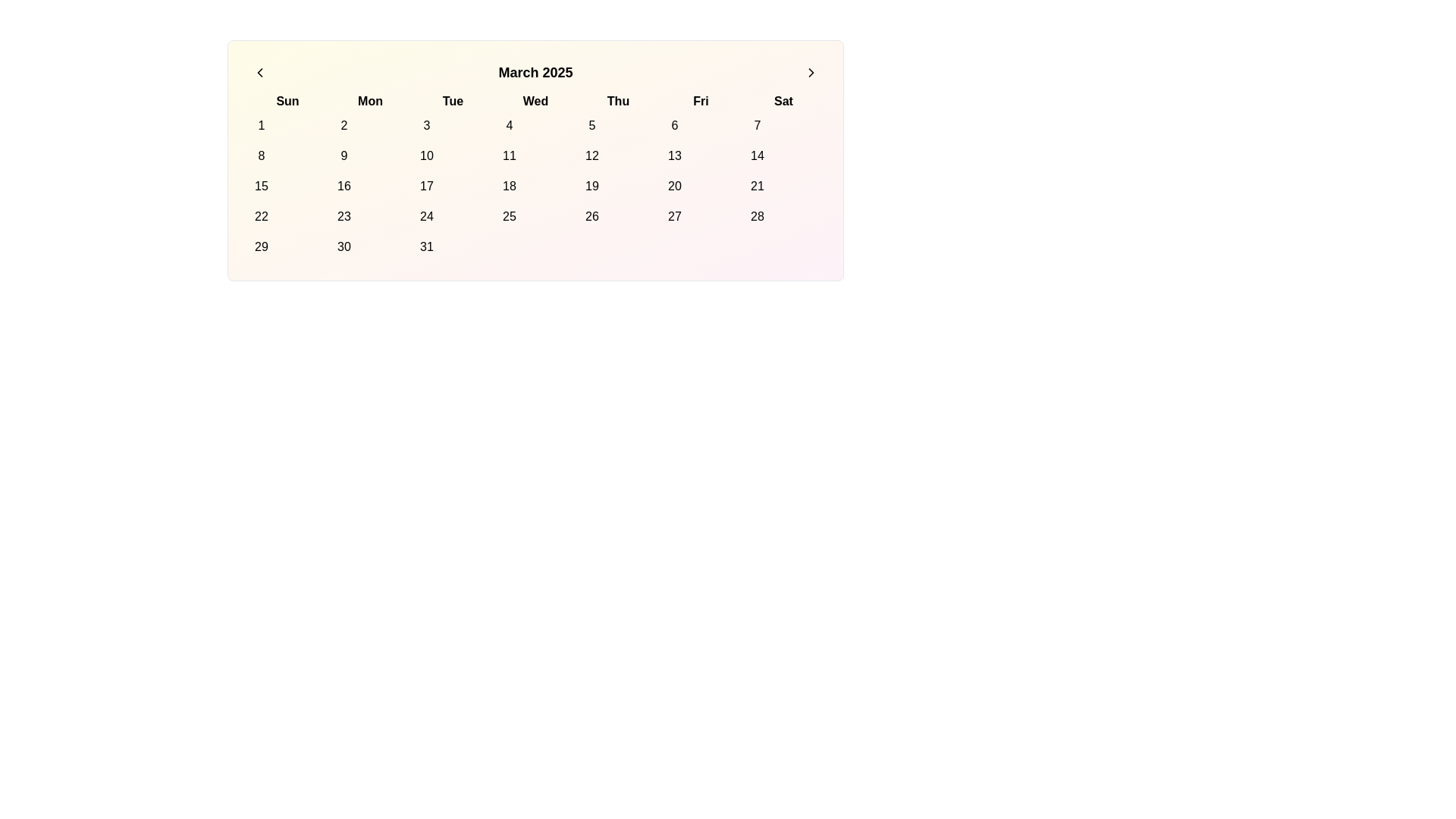 This screenshot has width=1456, height=819. What do you see at coordinates (259, 73) in the screenshot?
I see `the left-pointing chevron SVG icon, styled with a clean outline and class 'lucide-chevron-left', located in the top-left corner of the calendar widget` at bounding box center [259, 73].